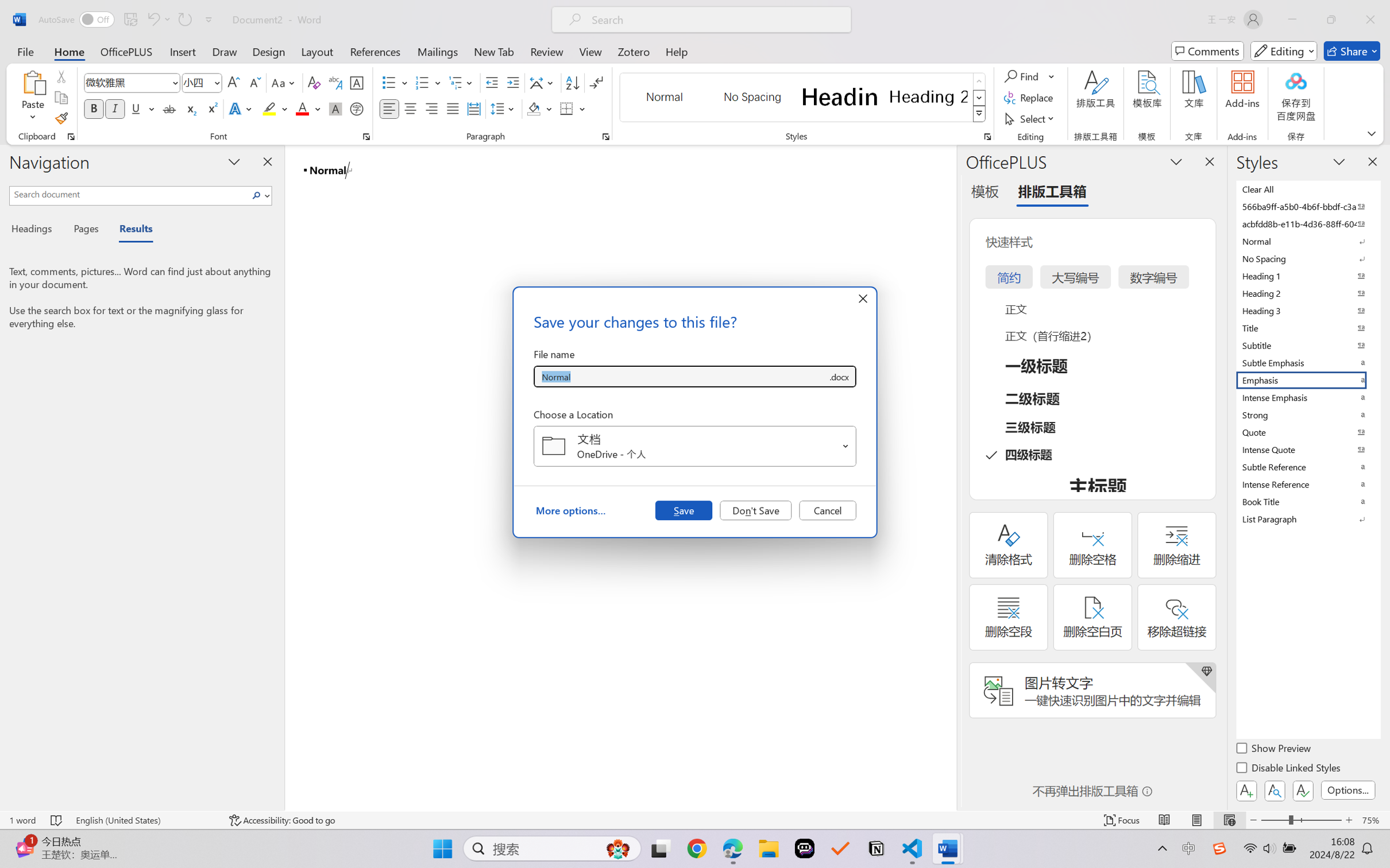 Image resolution: width=1390 pixels, height=868 pixels. Describe the element at coordinates (680, 377) in the screenshot. I see `'File name'` at that location.